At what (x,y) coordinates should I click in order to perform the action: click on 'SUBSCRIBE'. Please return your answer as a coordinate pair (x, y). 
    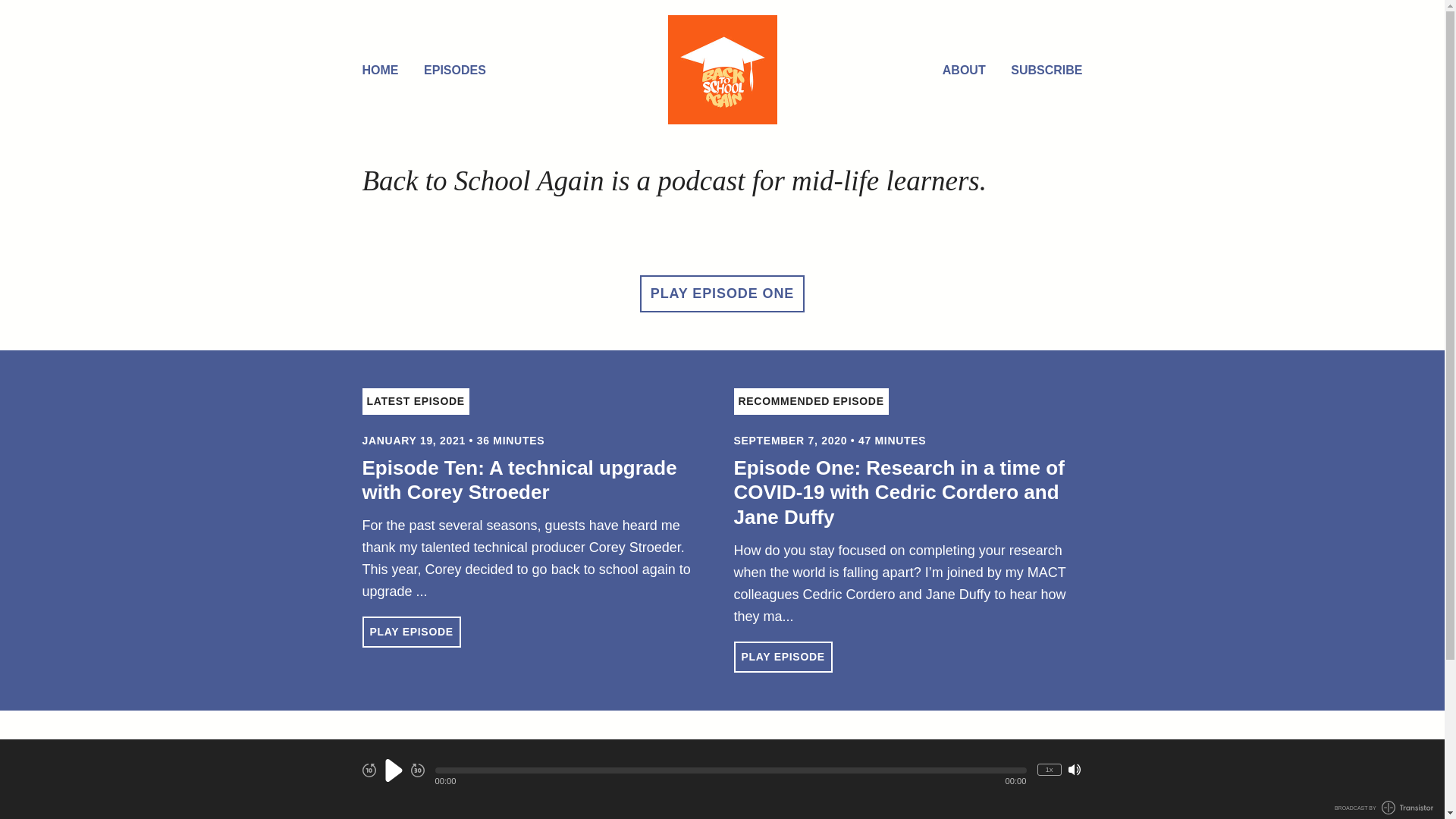
    Looking at the image, I should click on (1011, 71).